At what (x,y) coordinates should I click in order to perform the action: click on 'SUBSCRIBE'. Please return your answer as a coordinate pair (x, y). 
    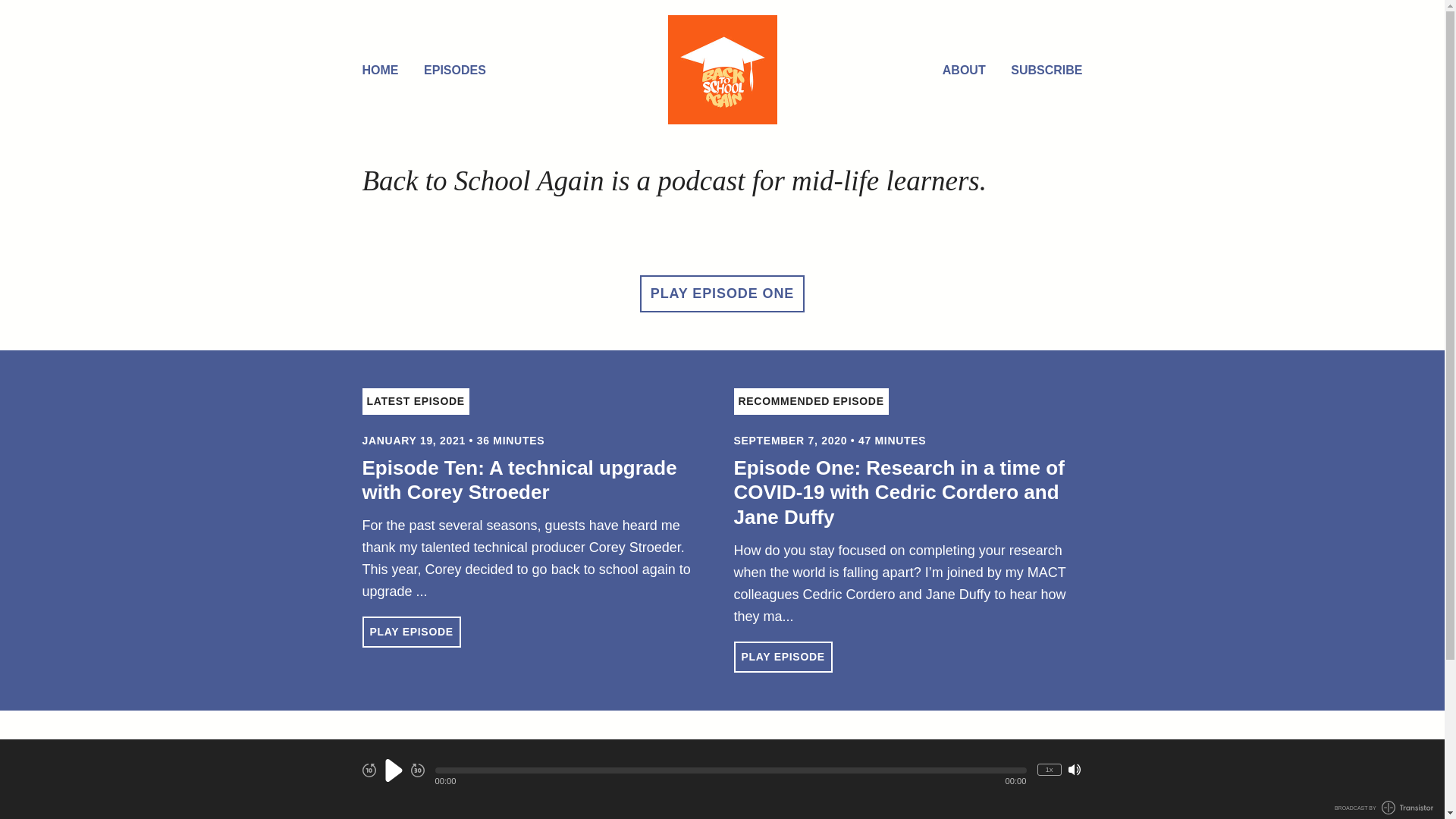
    Looking at the image, I should click on (1011, 71).